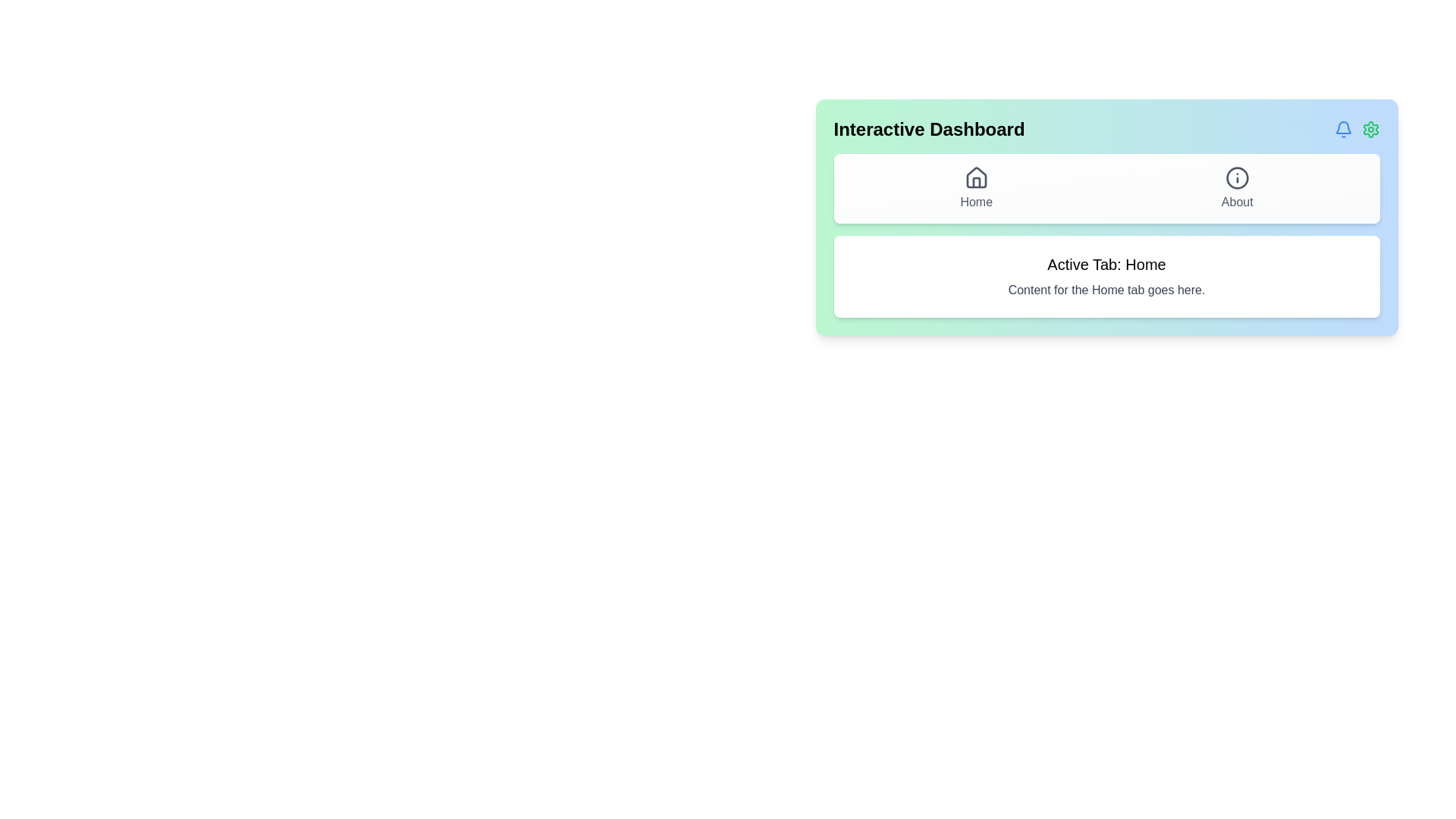 The height and width of the screenshot is (819, 1456). I want to click on the notification bell icon, which is a blue outlined bell positioned at the top-right corner of the interface, so click(1343, 128).